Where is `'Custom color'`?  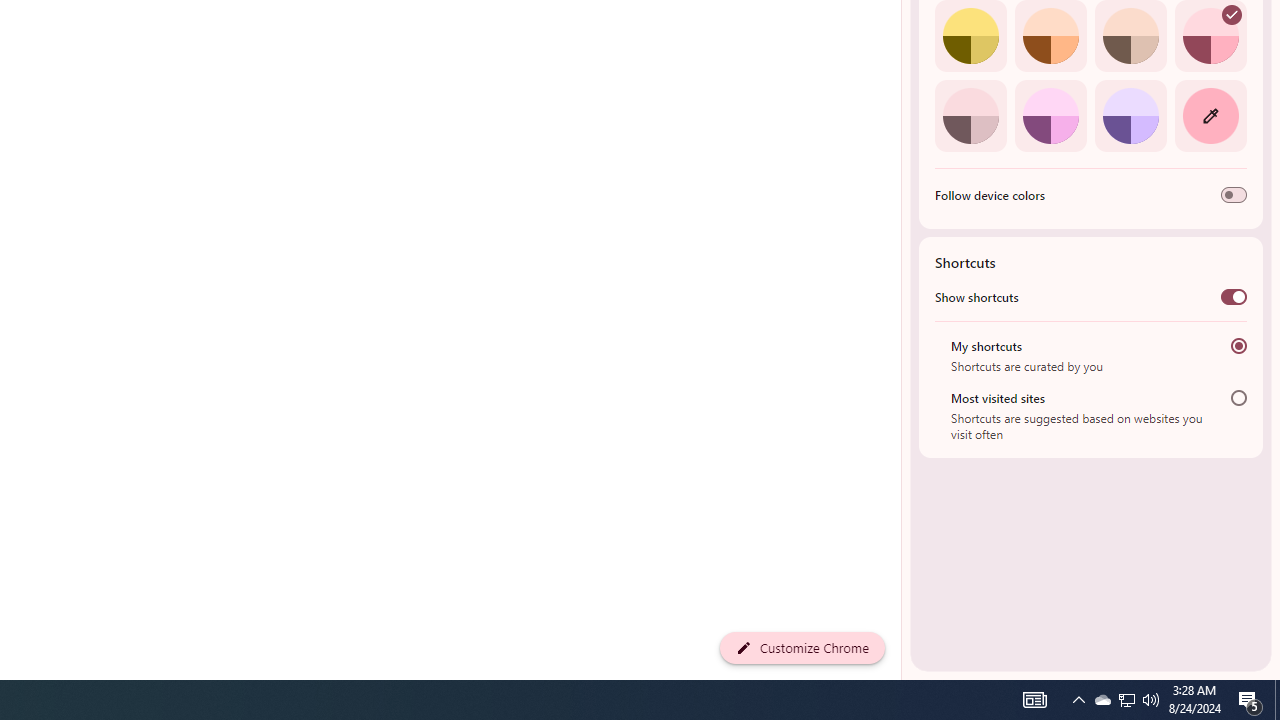
'Custom color' is located at coordinates (1209, 115).